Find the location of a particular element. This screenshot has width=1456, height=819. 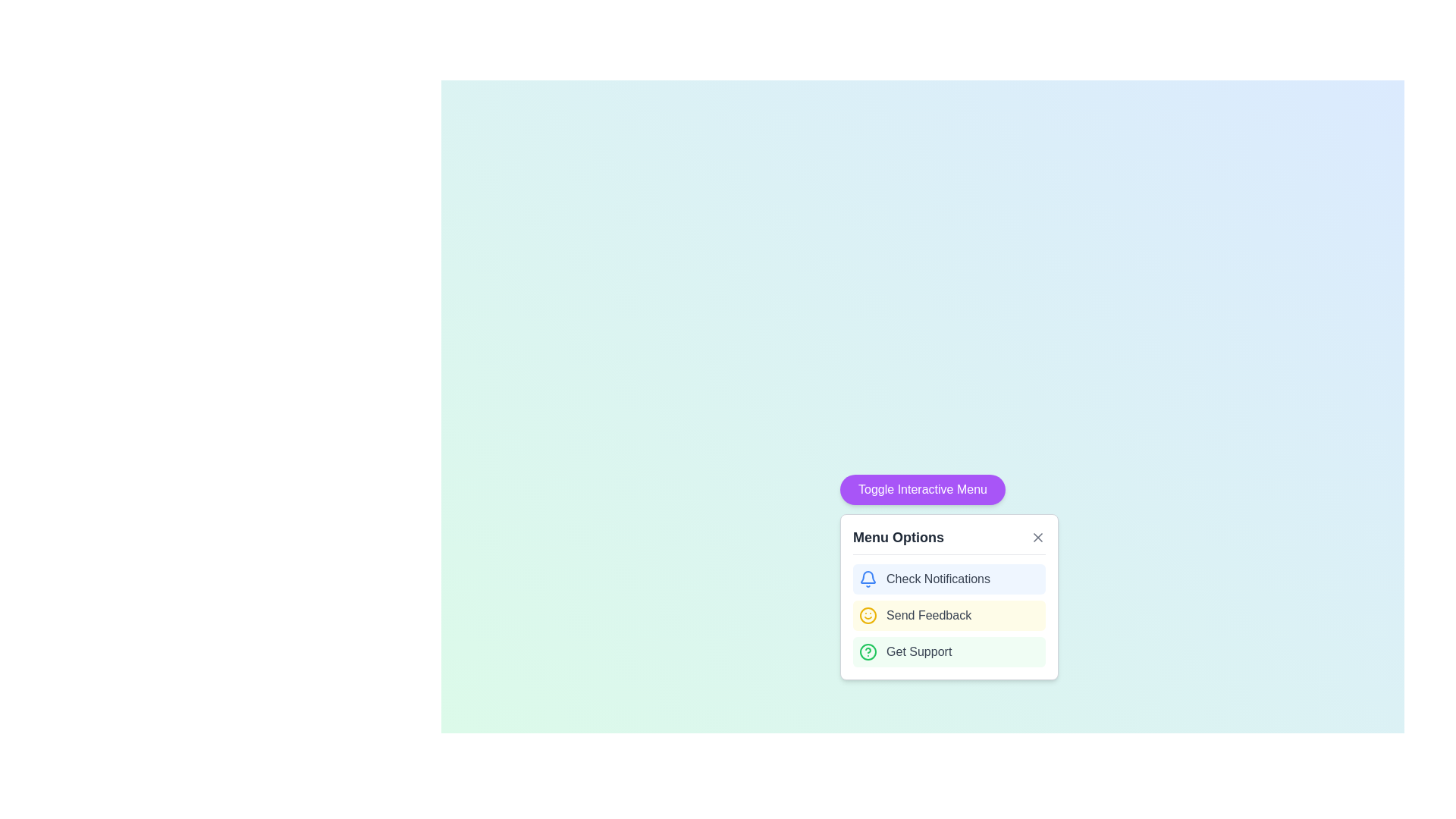

the customer support button located in the 'Menu Options' section is located at coordinates (949, 651).